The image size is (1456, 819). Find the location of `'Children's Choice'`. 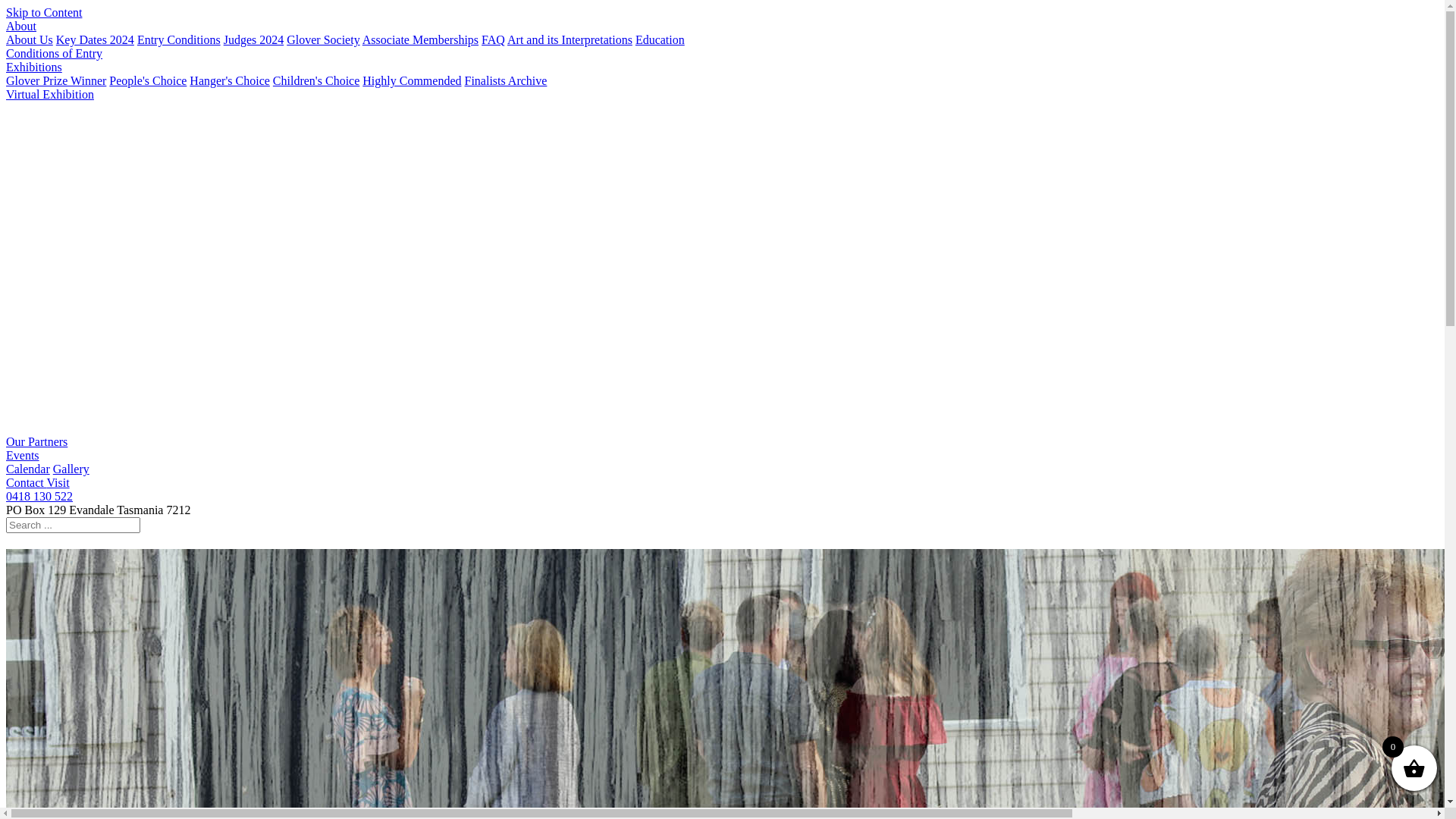

'Children's Choice' is located at coordinates (315, 80).